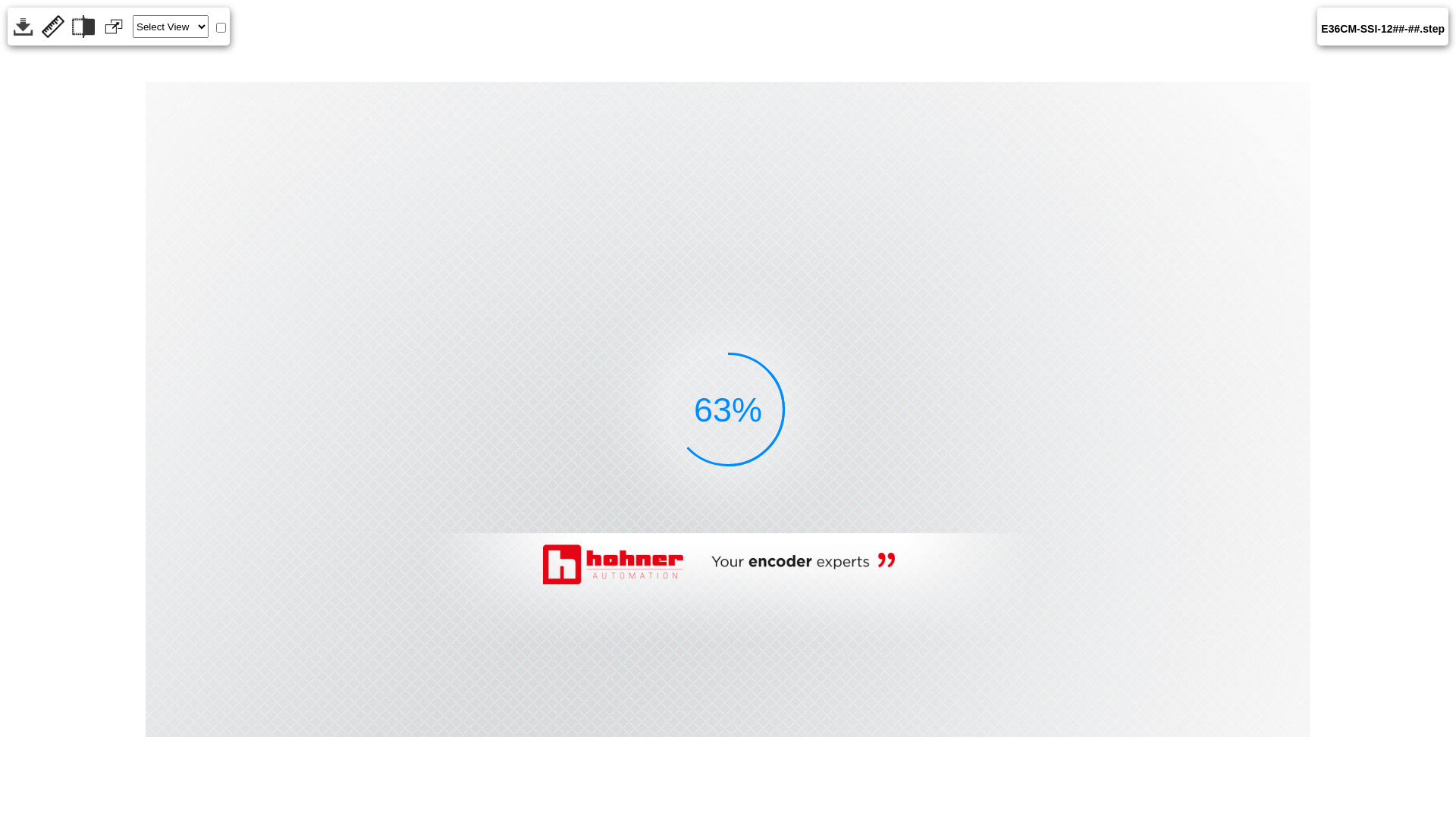 Image resolution: width=1456 pixels, height=819 pixels. Describe the element at coordinates (22, 26) in the screenshot. I see `'Download'` at that location.